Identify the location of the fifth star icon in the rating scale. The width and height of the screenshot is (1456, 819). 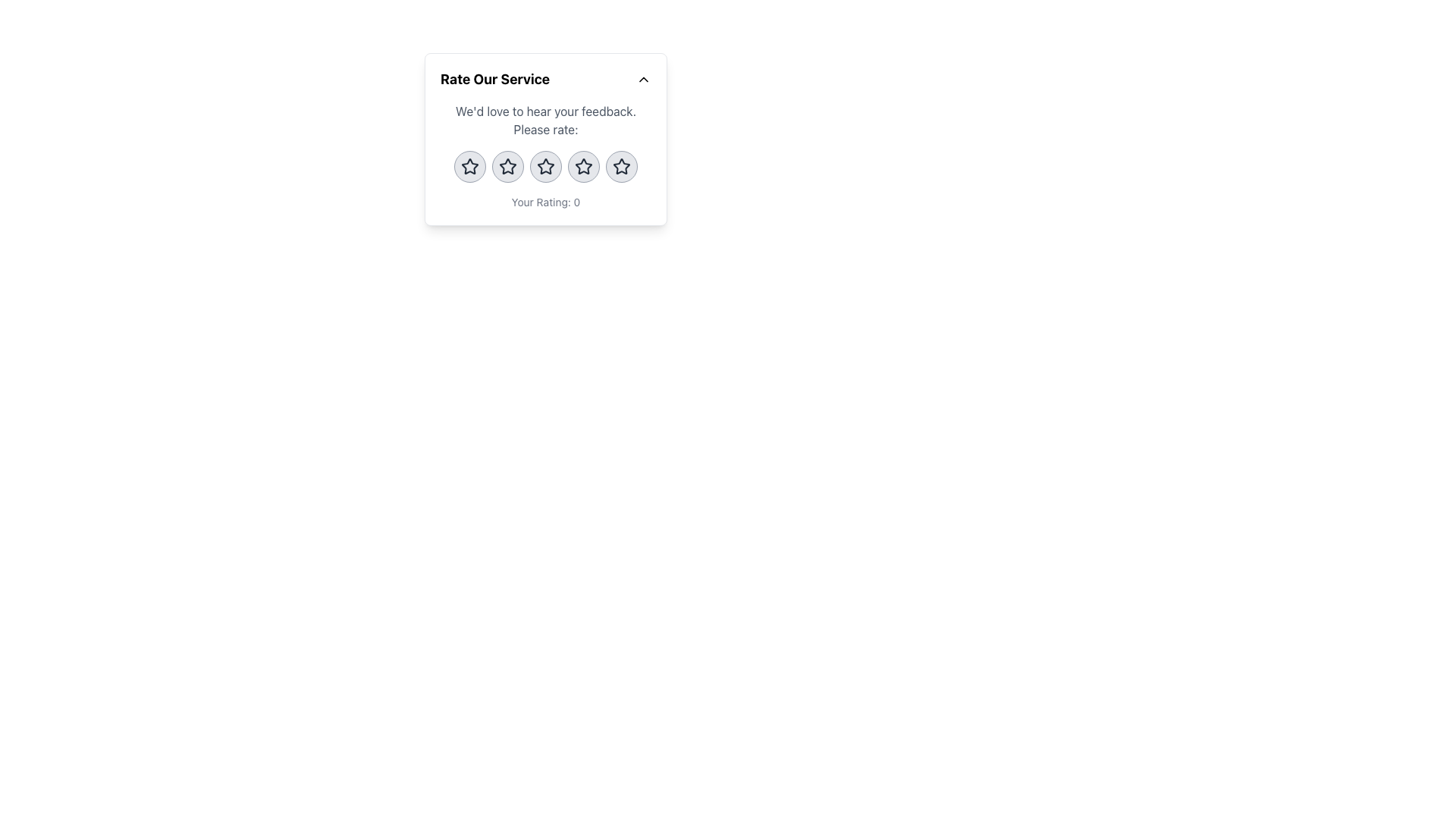
(622, 166).